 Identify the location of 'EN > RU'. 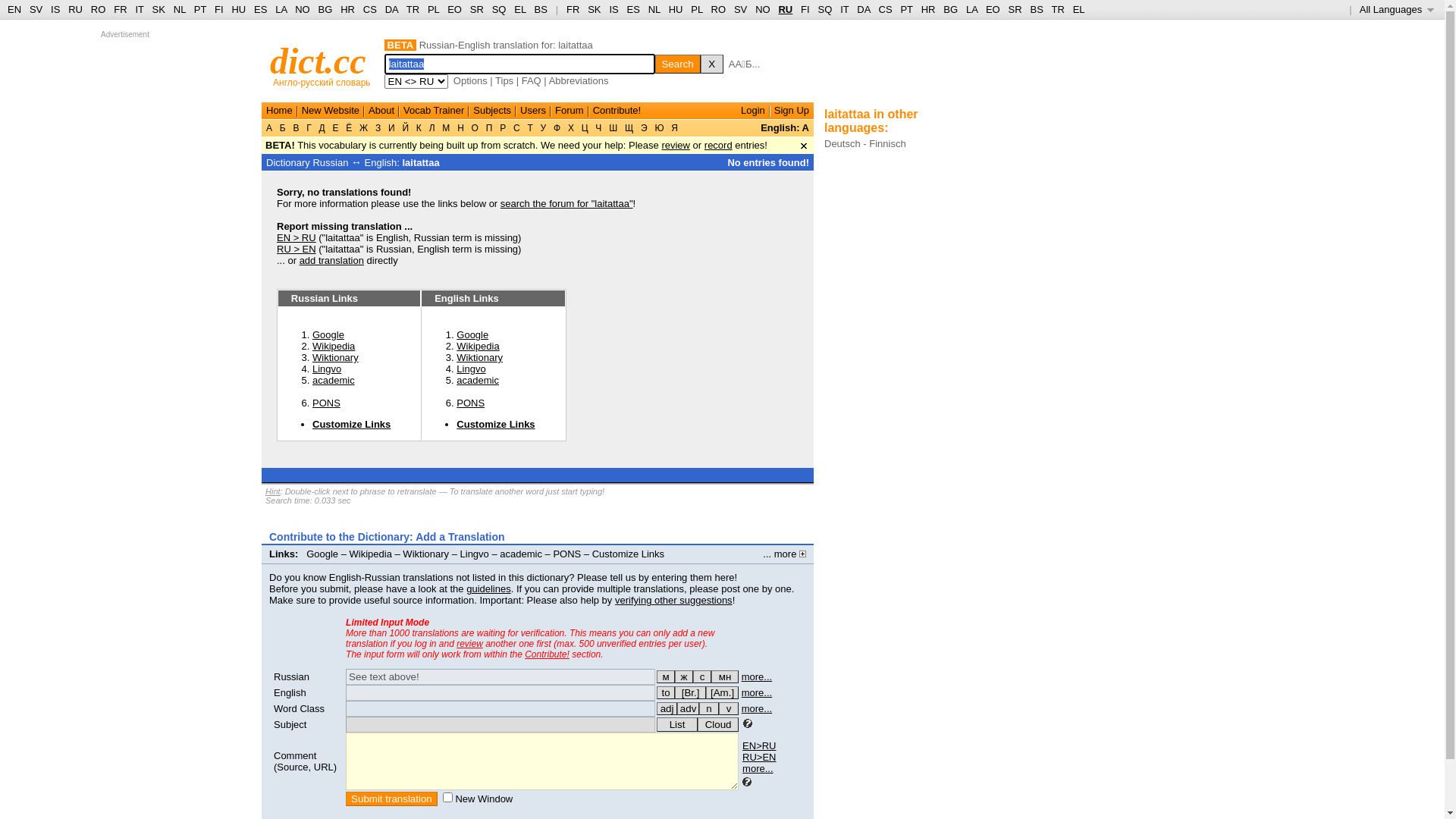
(296, 237).